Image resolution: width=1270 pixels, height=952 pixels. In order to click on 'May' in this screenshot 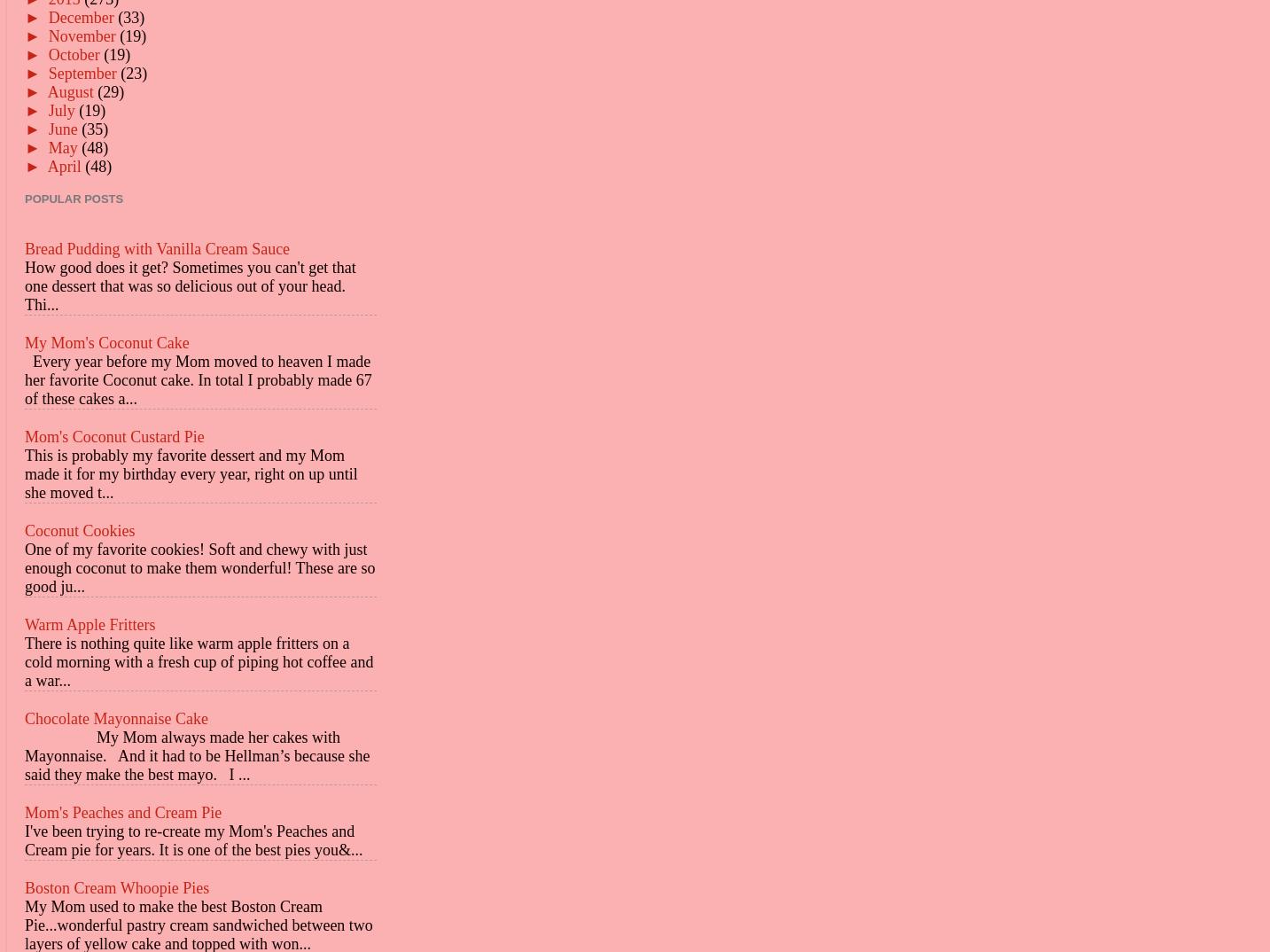, I will do `click(63, 147)`.